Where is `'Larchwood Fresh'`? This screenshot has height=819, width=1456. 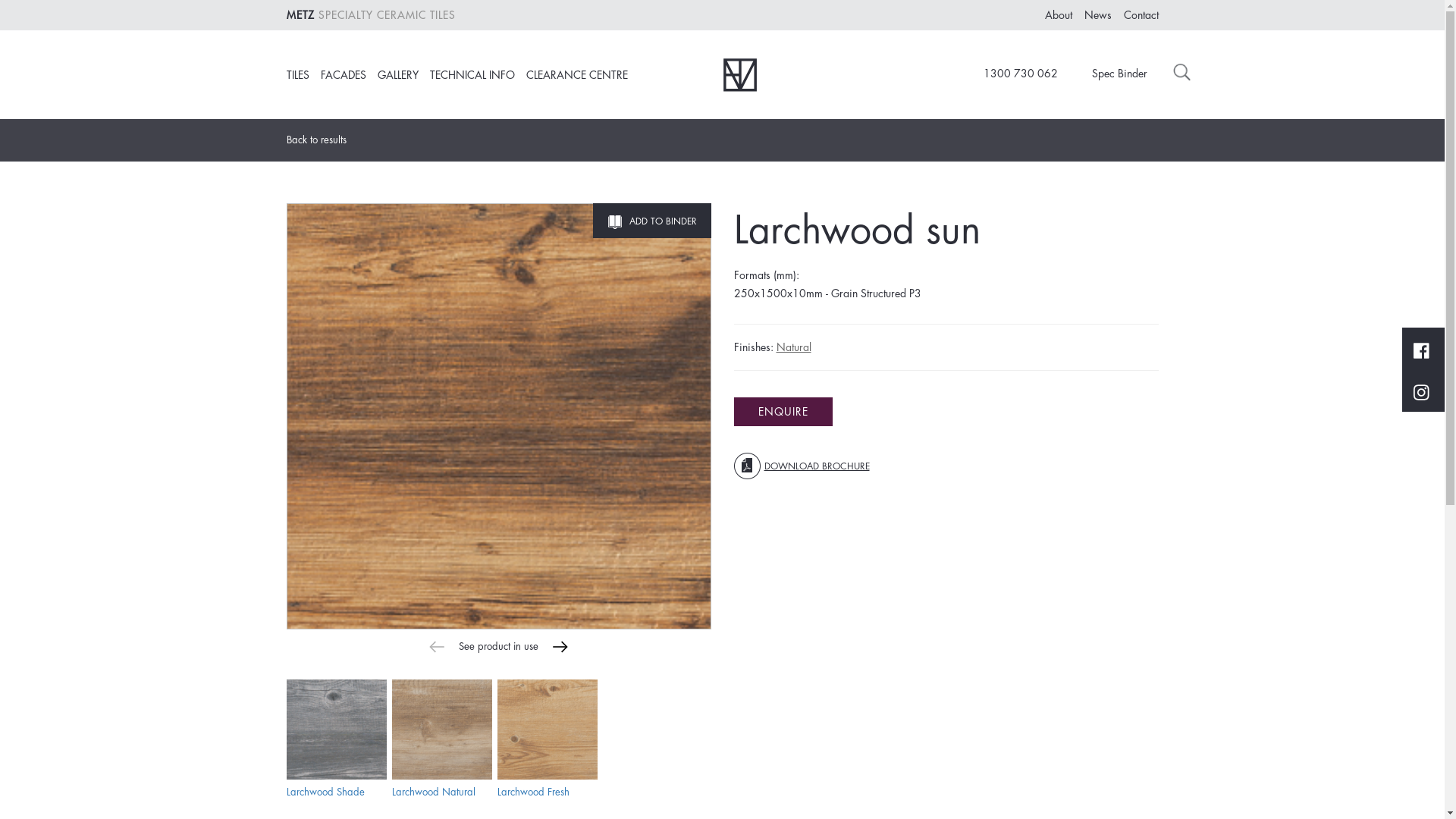
'Larchwood Fresh' is located at coordinates (546, 728).